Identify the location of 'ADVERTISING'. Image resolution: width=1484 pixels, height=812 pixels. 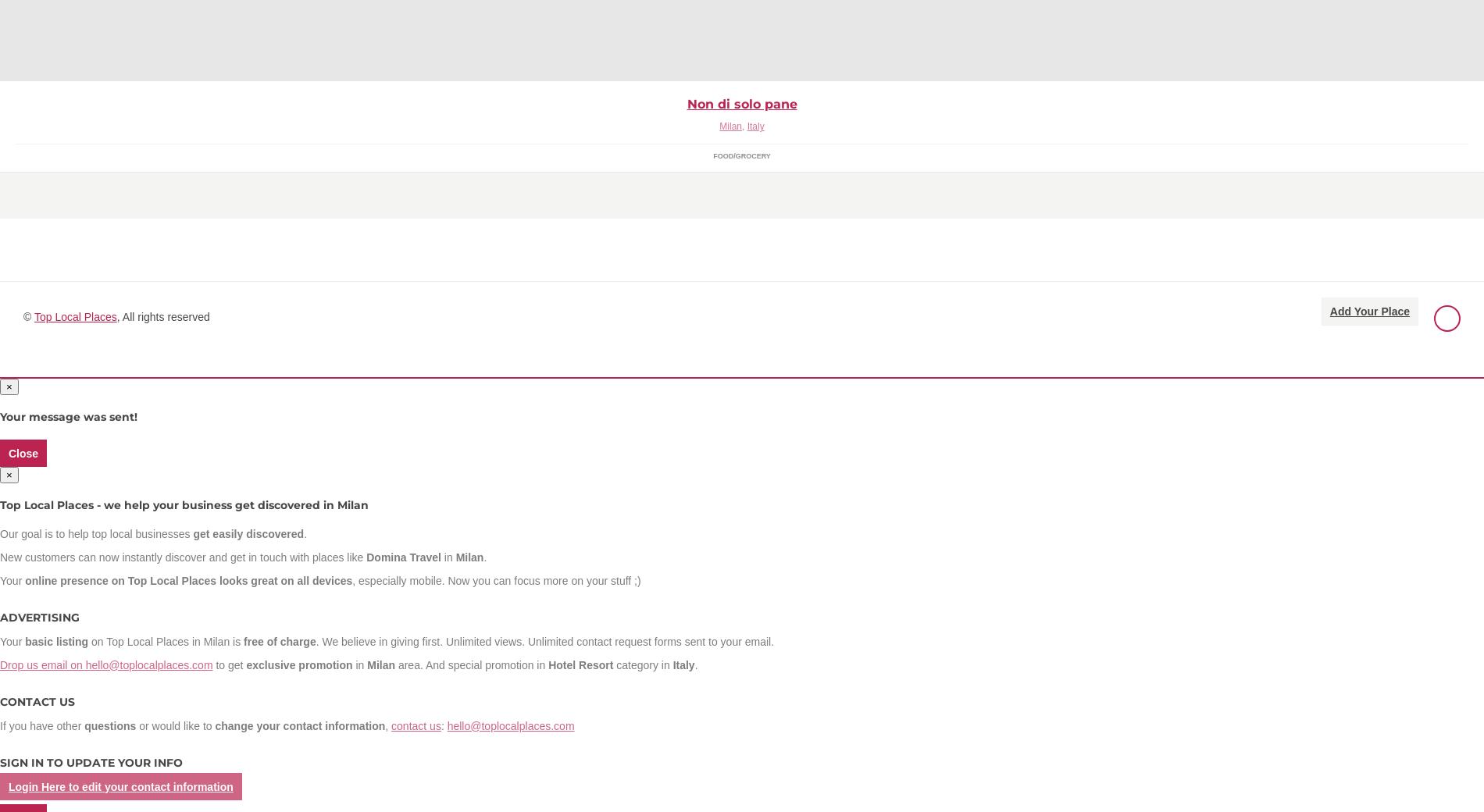
(39, 615).